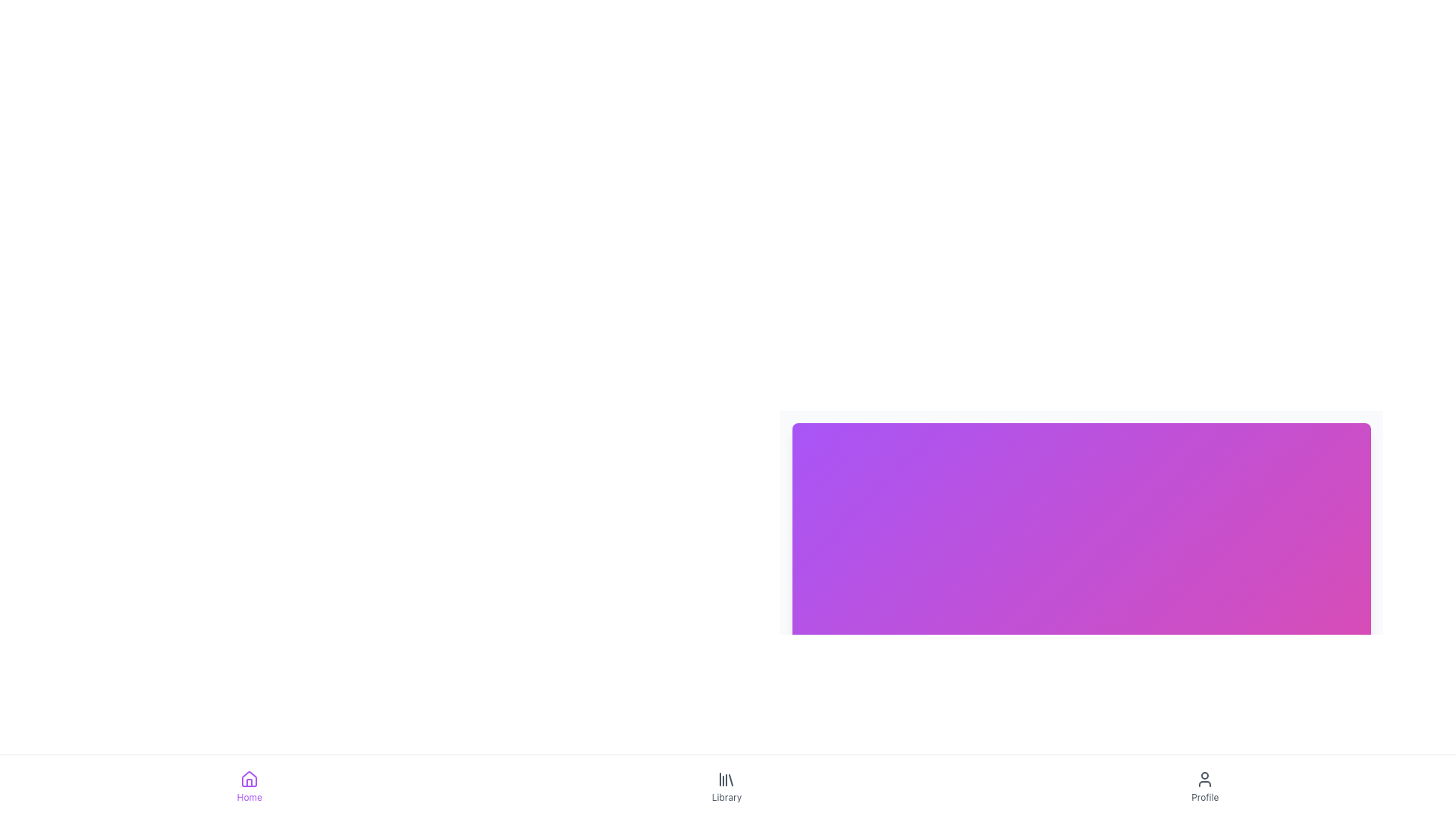 The width and height of the screenshot is (1456, 819). I want to click on the 'Home' button in the bottom navigation menu, which features a purple house icon and is positioned on the leftmost side, so click(249, 786).